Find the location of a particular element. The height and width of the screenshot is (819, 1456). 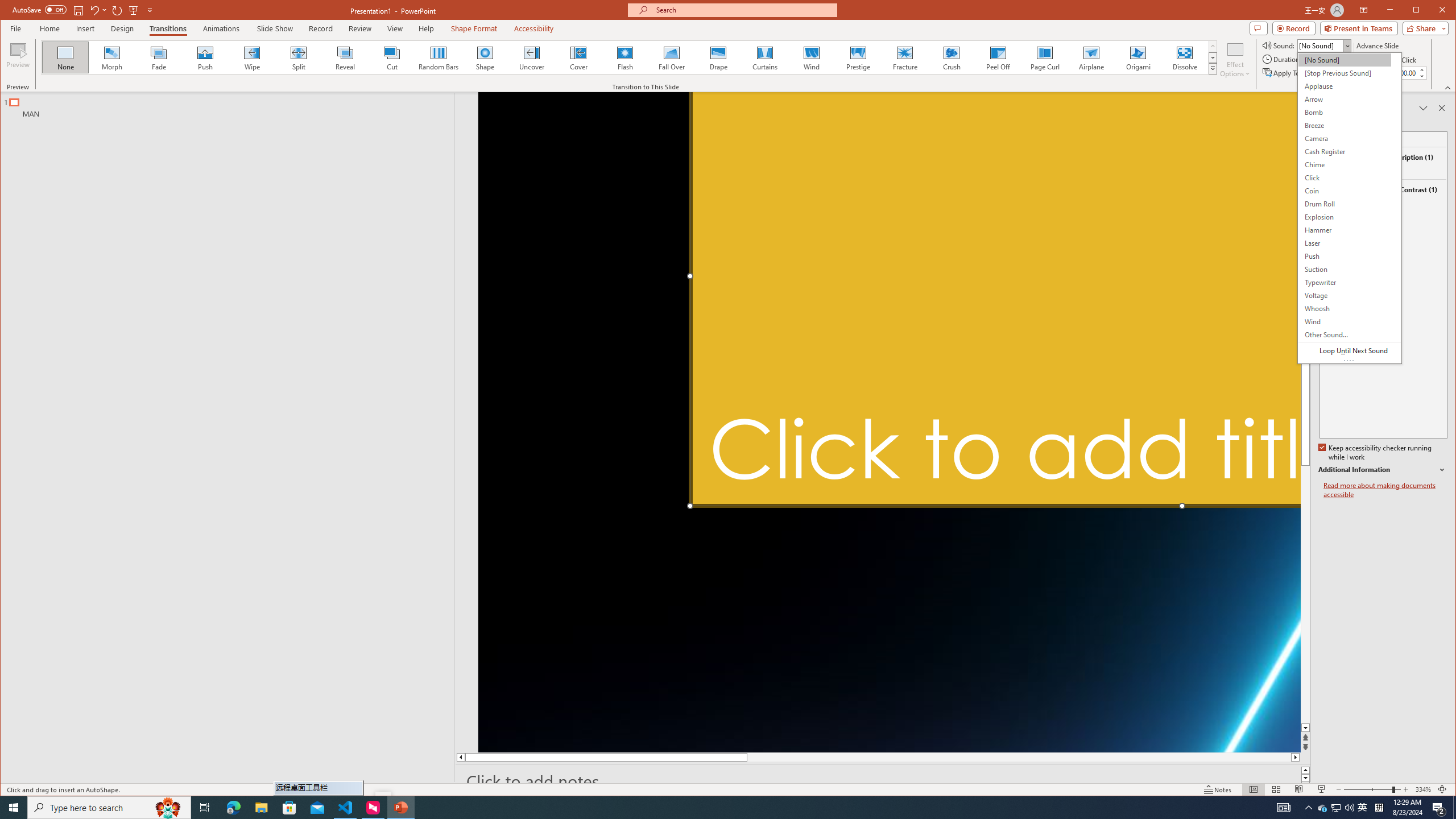

'Origami' is located at coordinates (1138, 57).